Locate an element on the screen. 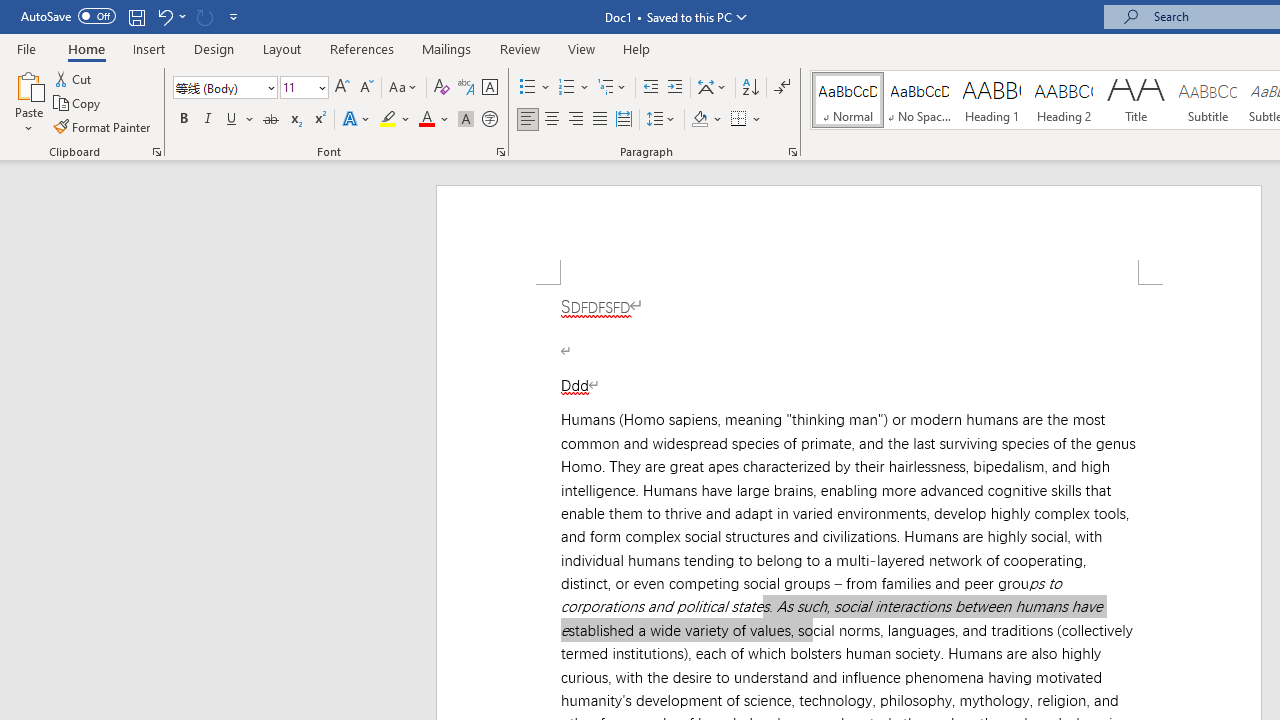  'Line and Paragraph Spacing' is located at coordinates (661, 119).